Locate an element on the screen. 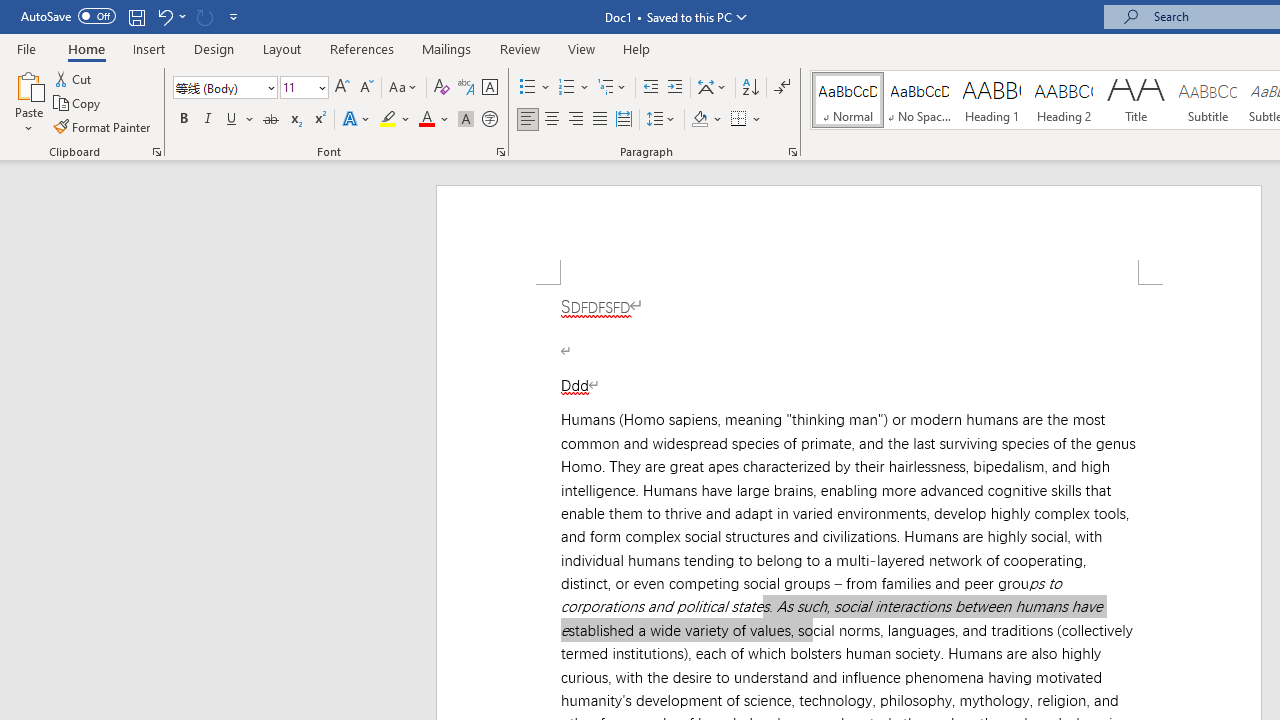  'Line and Paragraph Spacing' is located at coordinates (661, 119).